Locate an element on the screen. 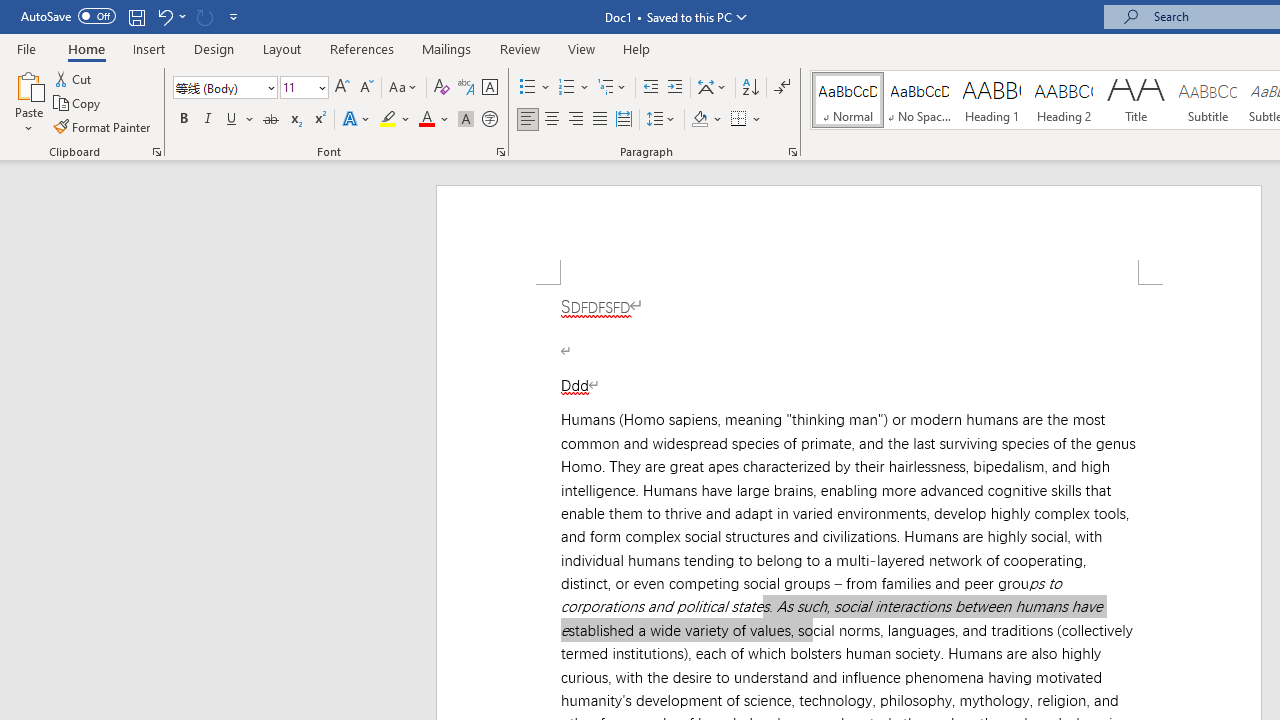  'Line and Paragraph Spacing' is located at coordinates (661, 119).